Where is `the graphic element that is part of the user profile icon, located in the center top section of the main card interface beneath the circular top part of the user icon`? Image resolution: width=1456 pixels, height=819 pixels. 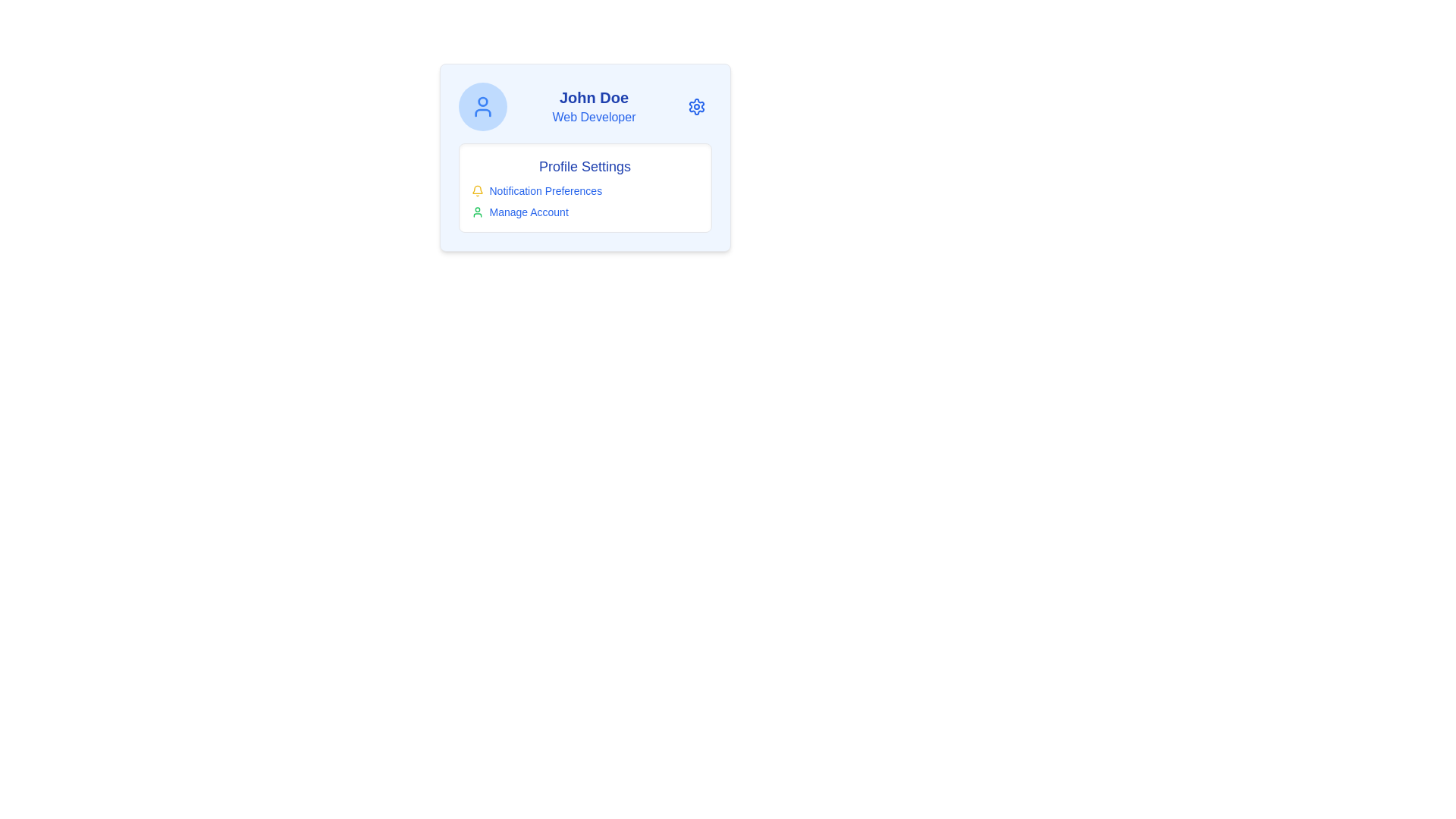 the graphic element that is part of the user profile icon, located in the center top section of the main card interface beneath the circular top part of the user icon is located at coordinates (482, 112).